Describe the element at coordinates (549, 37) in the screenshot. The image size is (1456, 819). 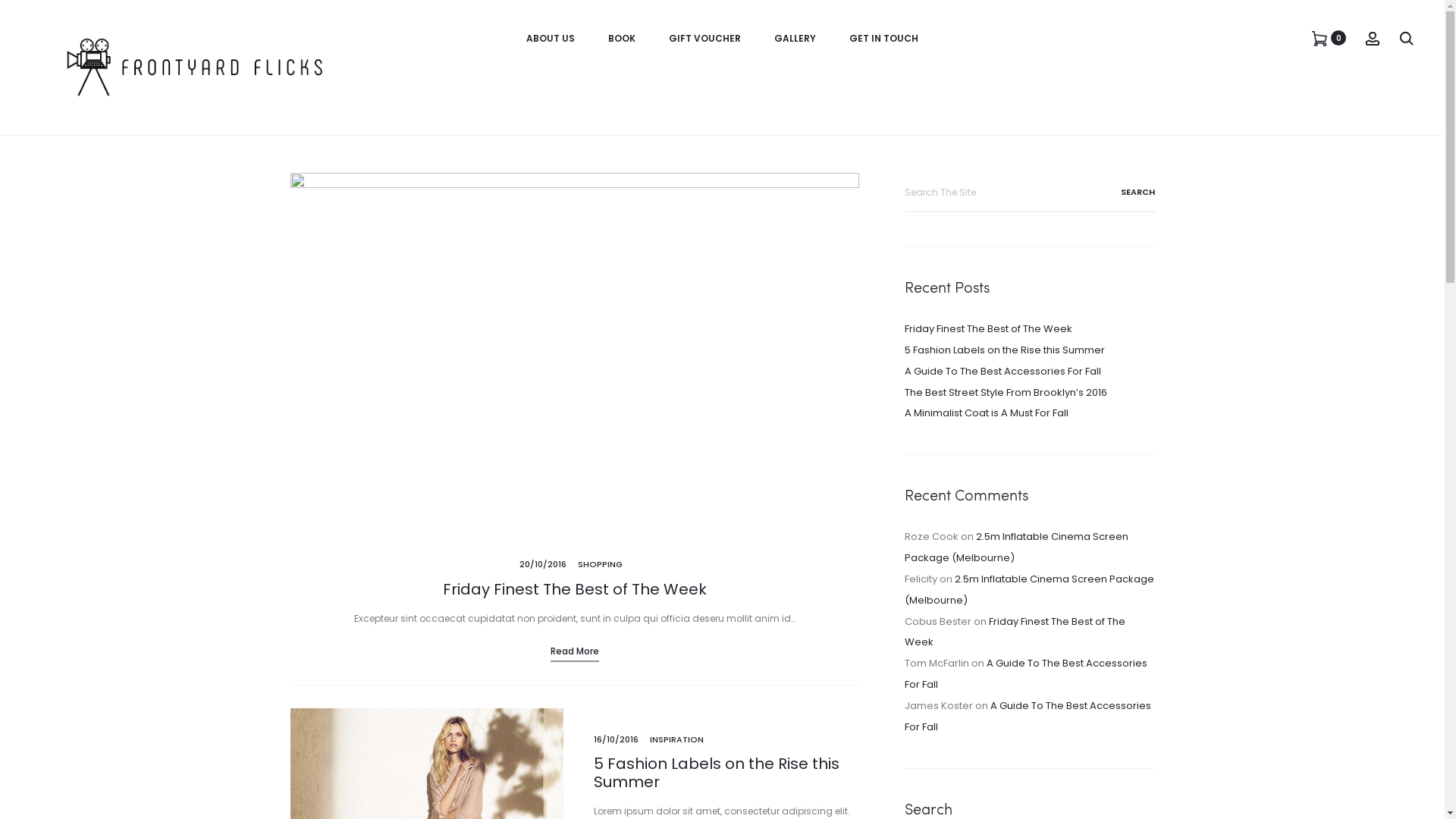
I see `'ABOUT US'` at that location.